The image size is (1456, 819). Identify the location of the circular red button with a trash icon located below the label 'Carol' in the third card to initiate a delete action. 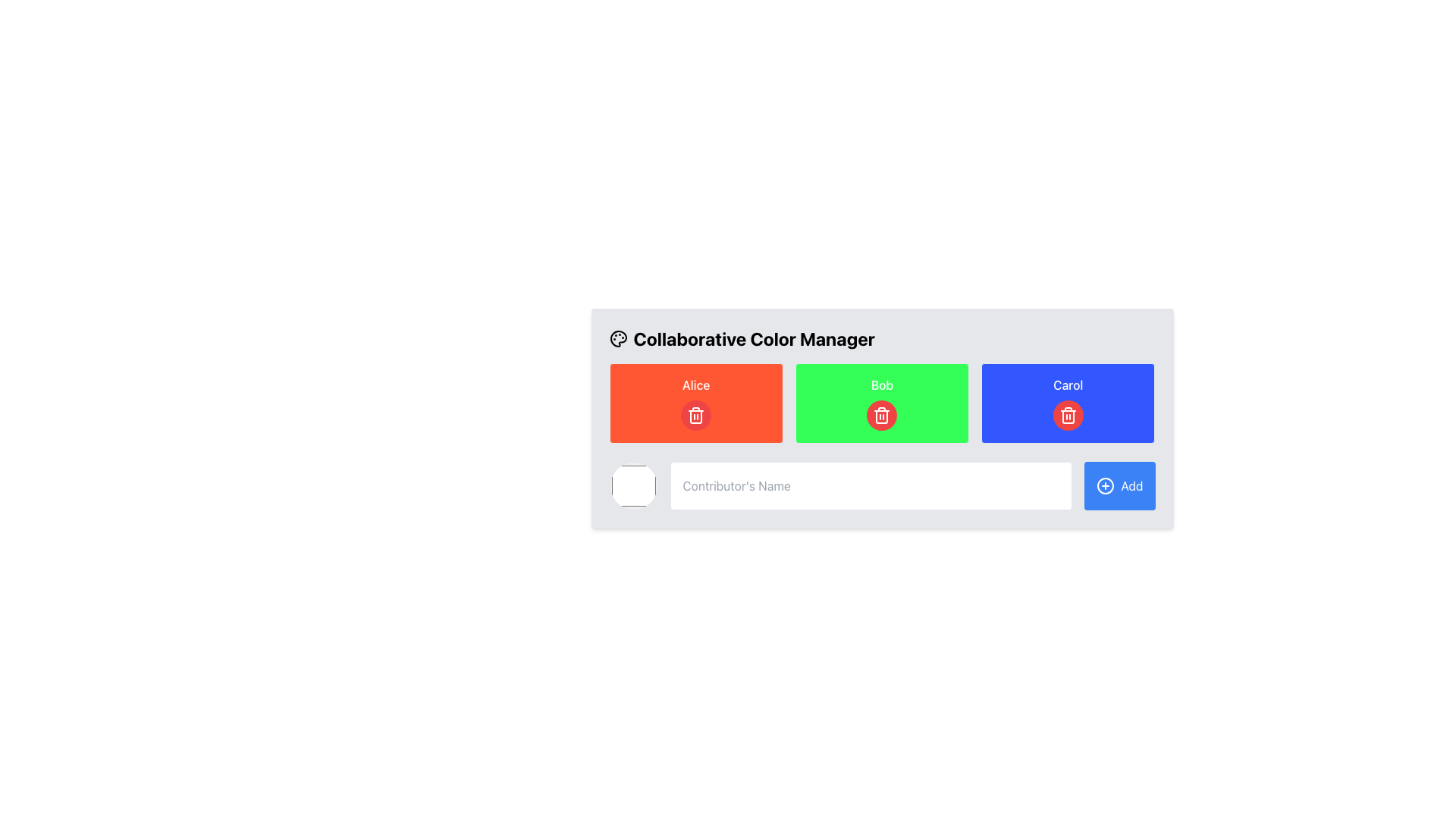
(1067, 415).